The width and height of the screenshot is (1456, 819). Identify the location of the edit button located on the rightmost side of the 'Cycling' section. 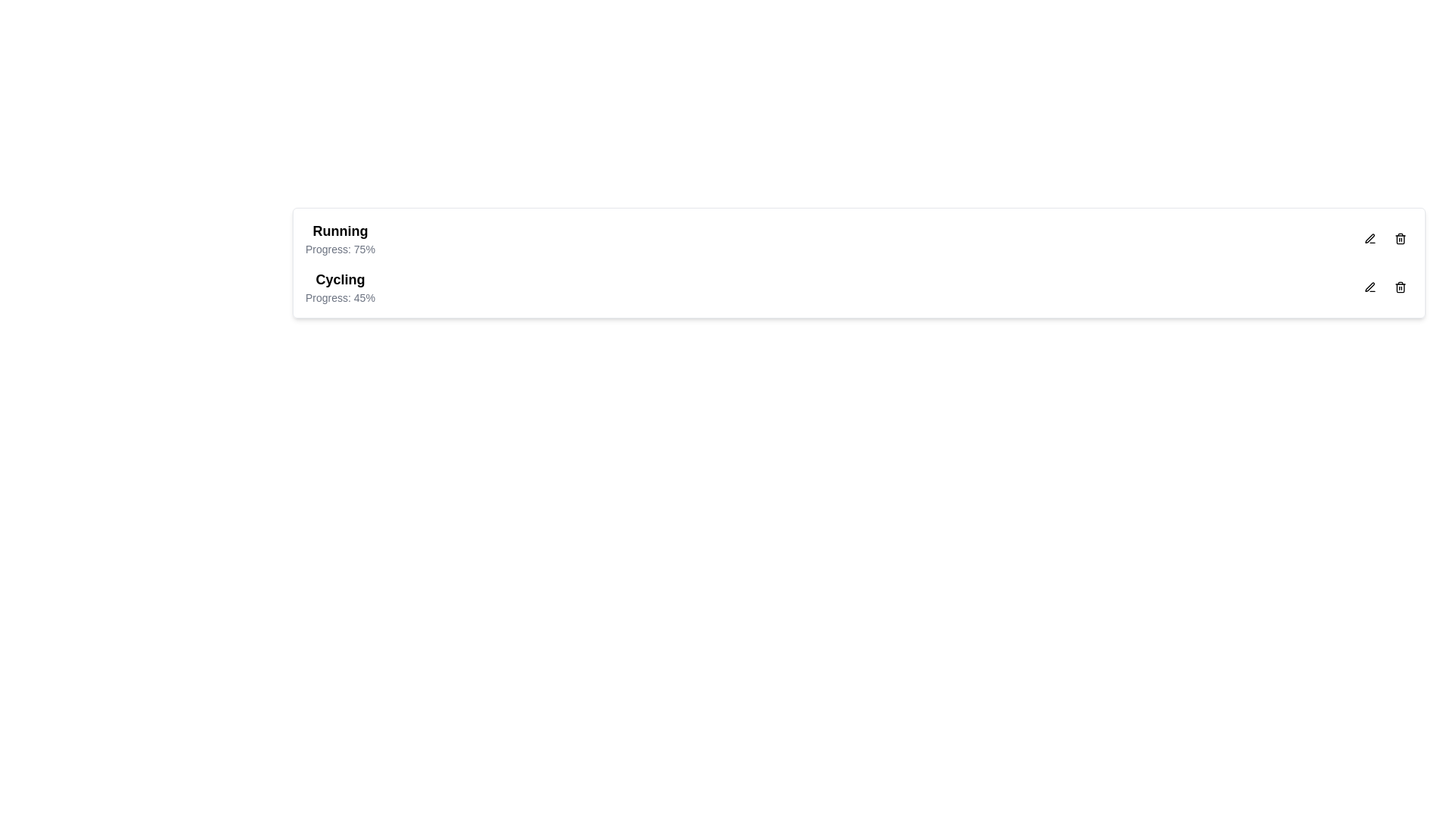
(1370, 287).